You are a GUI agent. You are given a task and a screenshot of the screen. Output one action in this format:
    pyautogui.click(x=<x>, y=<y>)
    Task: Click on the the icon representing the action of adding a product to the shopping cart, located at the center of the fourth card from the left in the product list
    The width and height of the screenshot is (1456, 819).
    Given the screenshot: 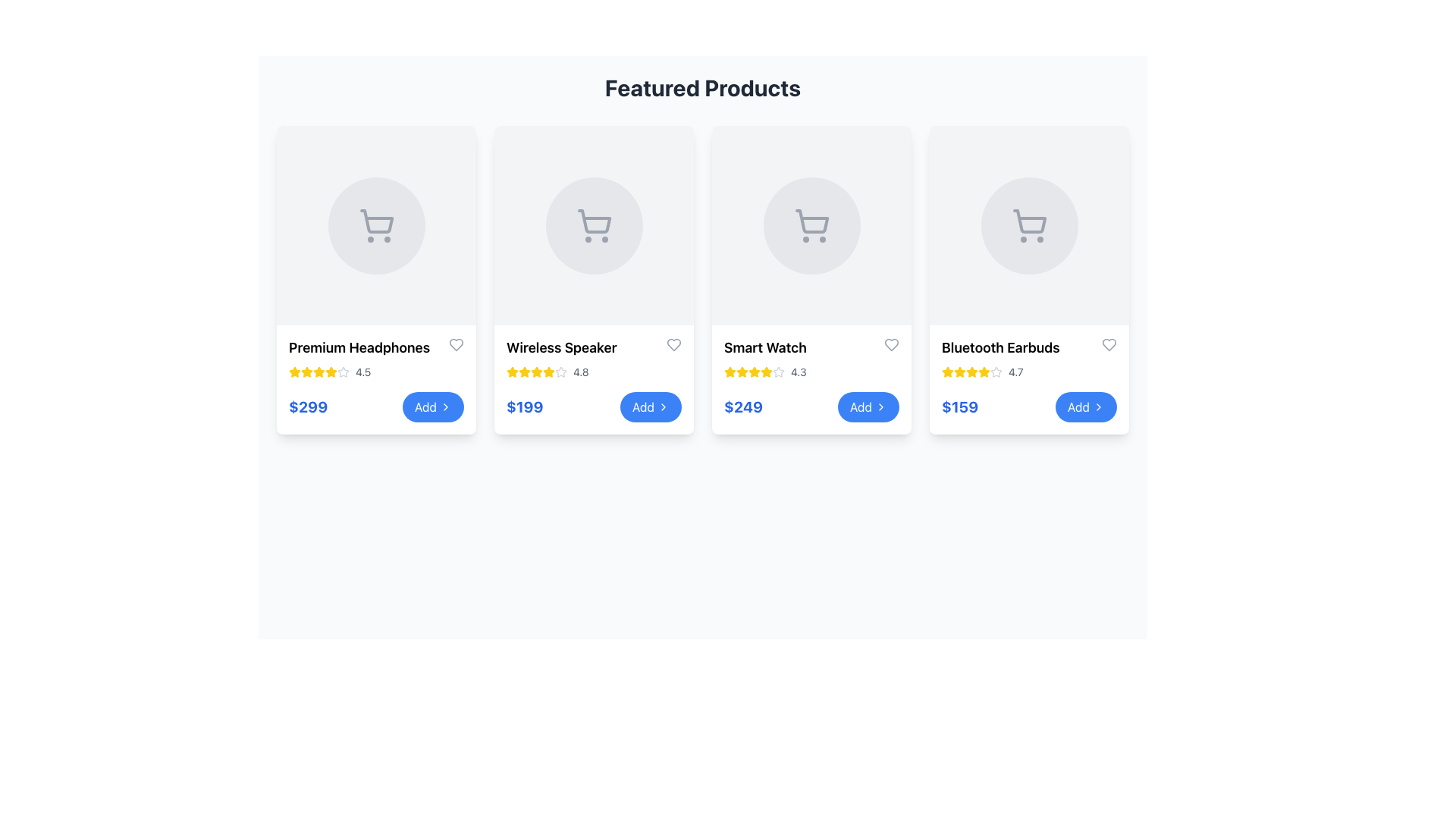 What is the action you would take?
    pyautogui.click(x=1029, y=225)
    